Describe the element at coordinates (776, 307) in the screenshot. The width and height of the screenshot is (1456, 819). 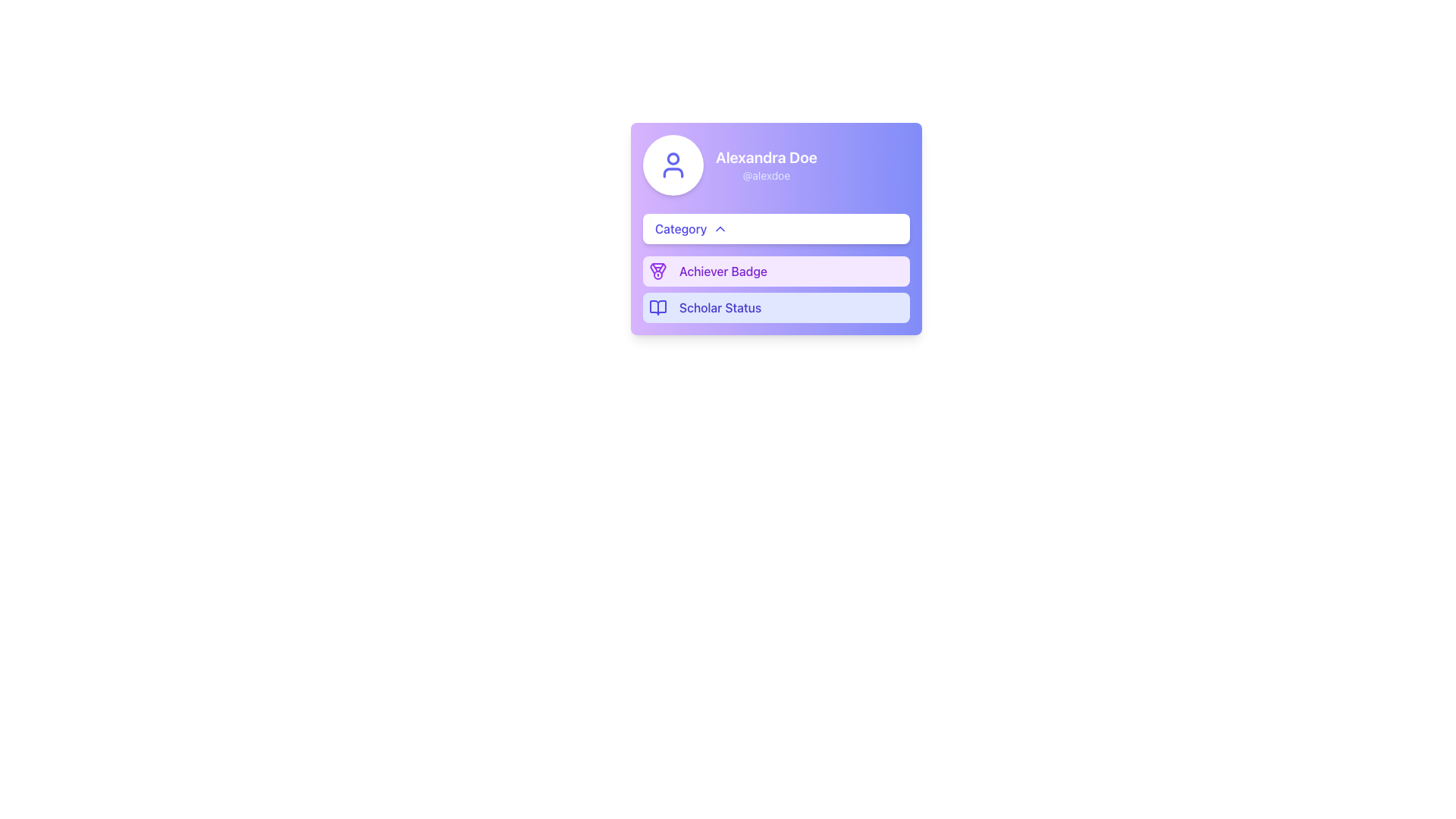
I see `the informational display card that indicates the user's achievement or status, located below the 'Achiever Badge' section in a vertically stacked layout` at that location.